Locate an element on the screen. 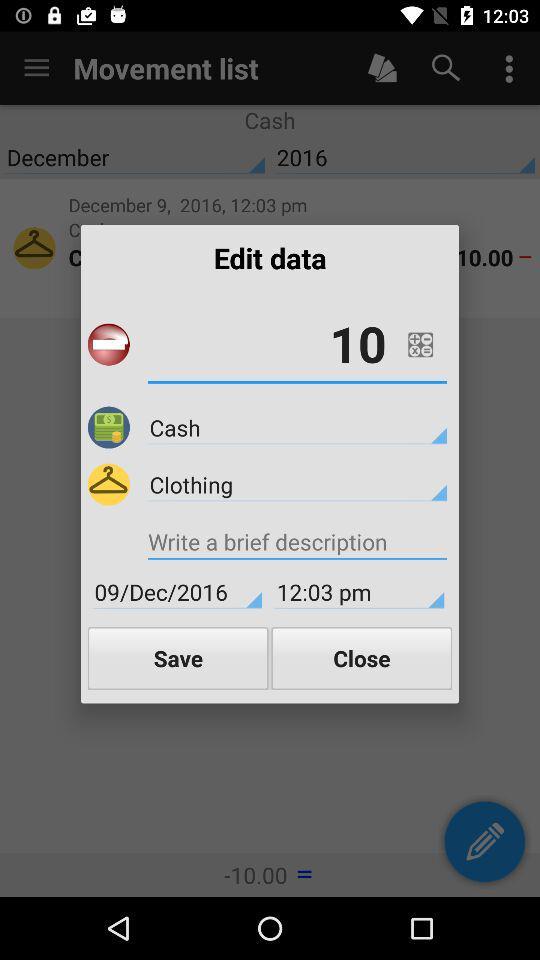  clothing item is located at coordinates (296, 483).